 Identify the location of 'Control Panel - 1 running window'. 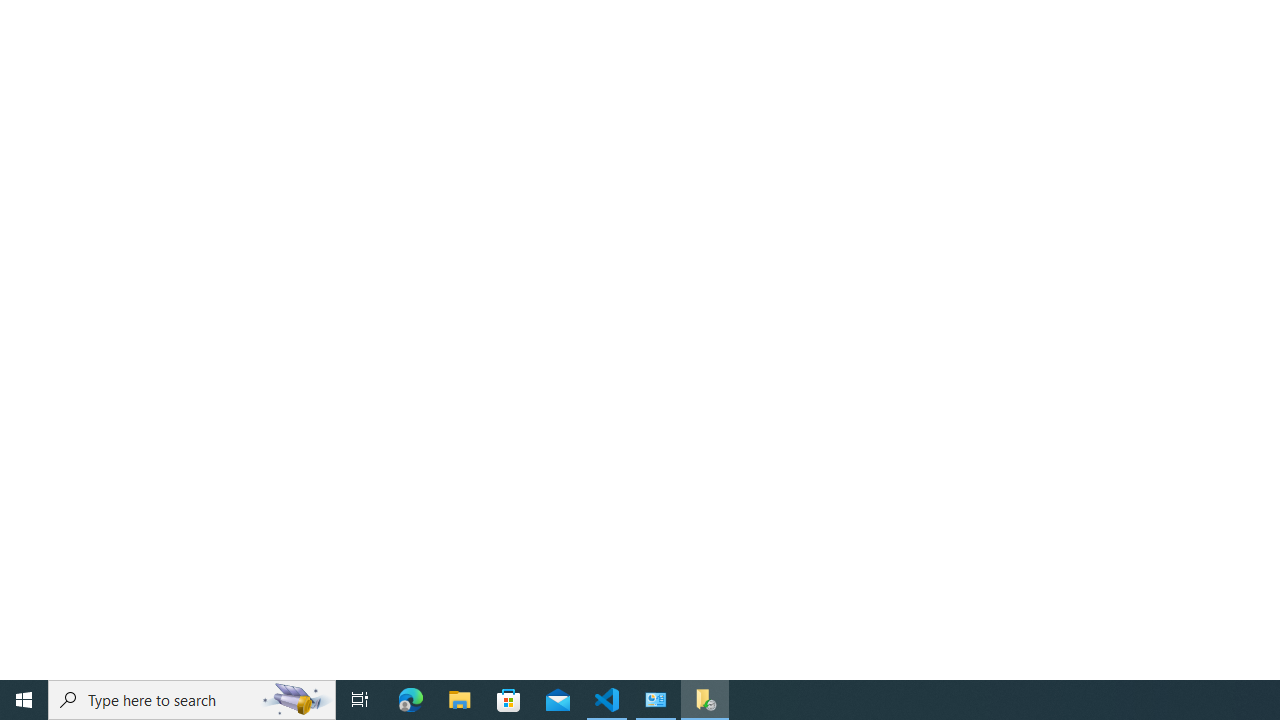
(656, 698).